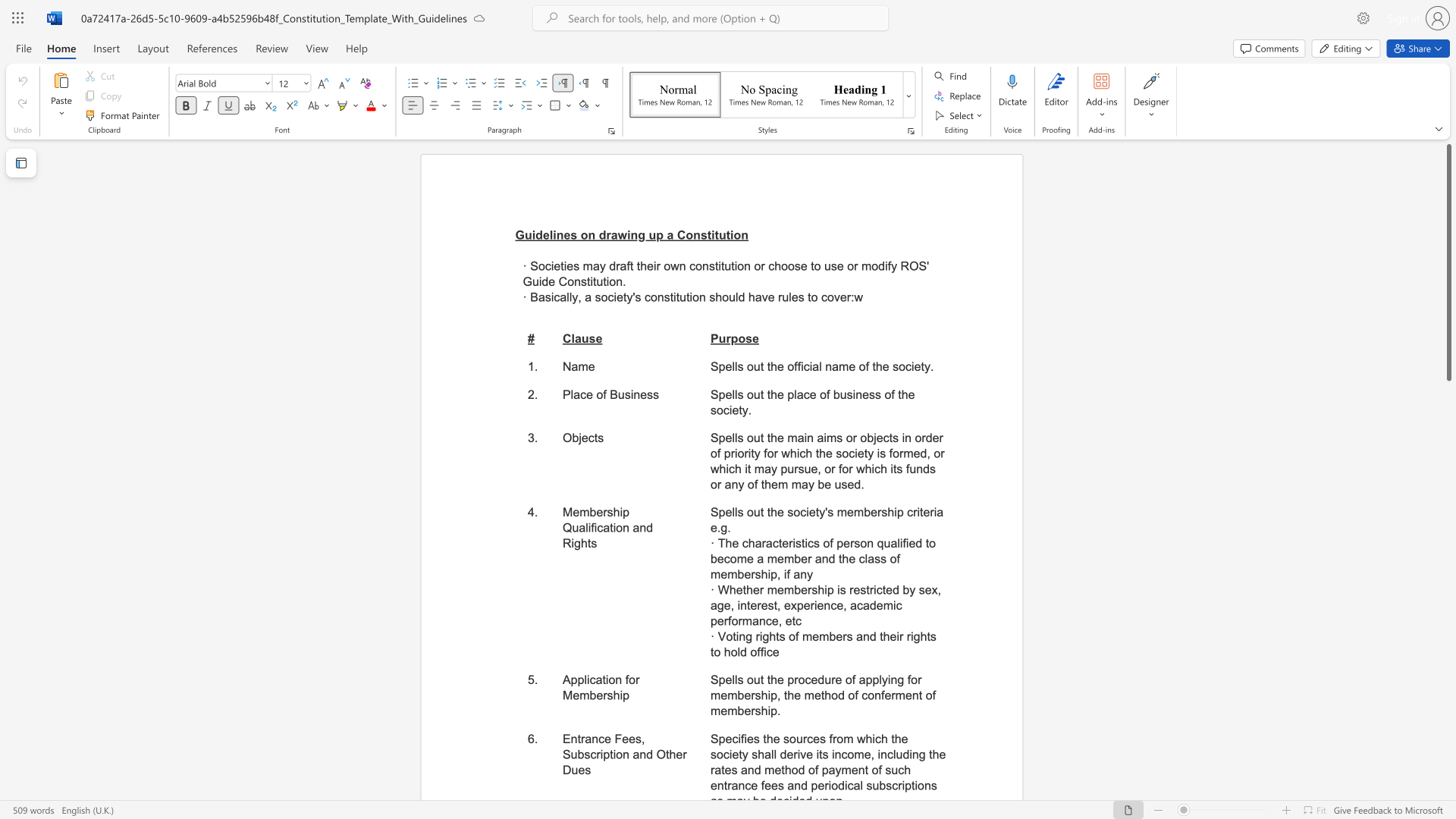  Describe the element at coordinates (559, 297) in the screenshot. I see `the subset text "al" within the text "Basically, a"` at that location.